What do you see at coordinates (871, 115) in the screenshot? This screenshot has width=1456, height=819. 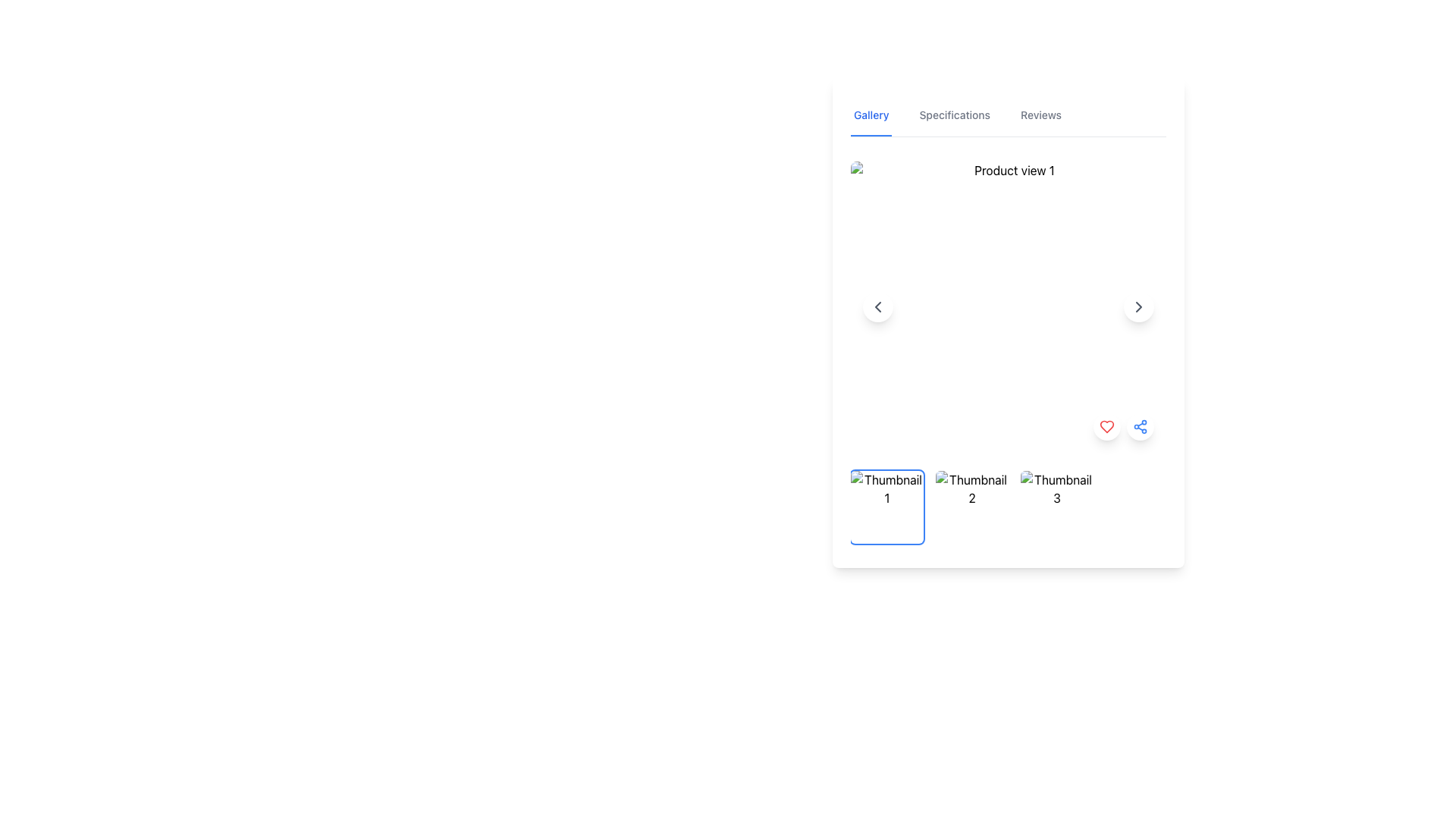 I see `the first button at the top-left corner of the interface` at bounding box center [871, 115].